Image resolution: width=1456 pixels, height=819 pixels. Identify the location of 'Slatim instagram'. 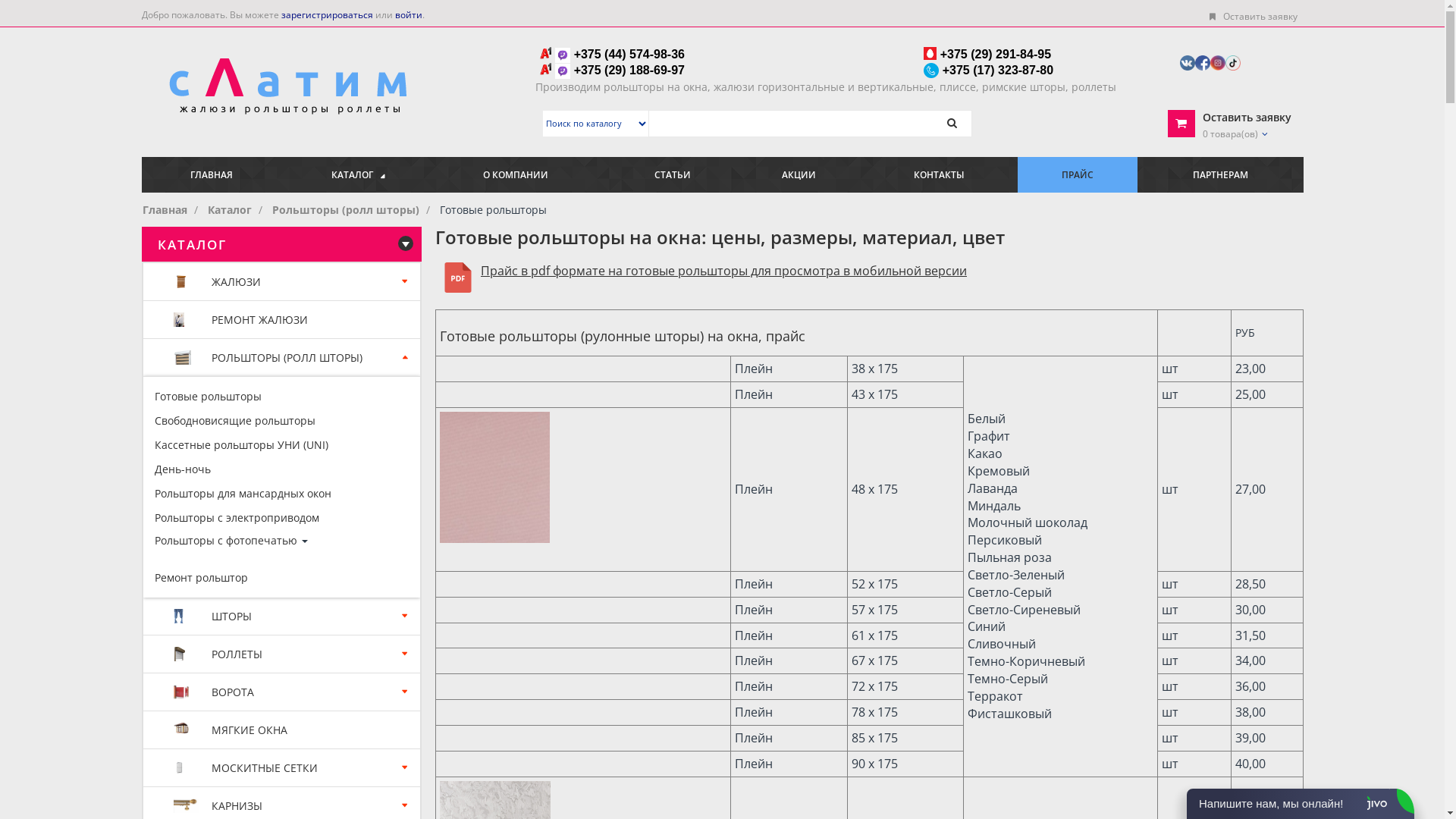
(1218, 61).